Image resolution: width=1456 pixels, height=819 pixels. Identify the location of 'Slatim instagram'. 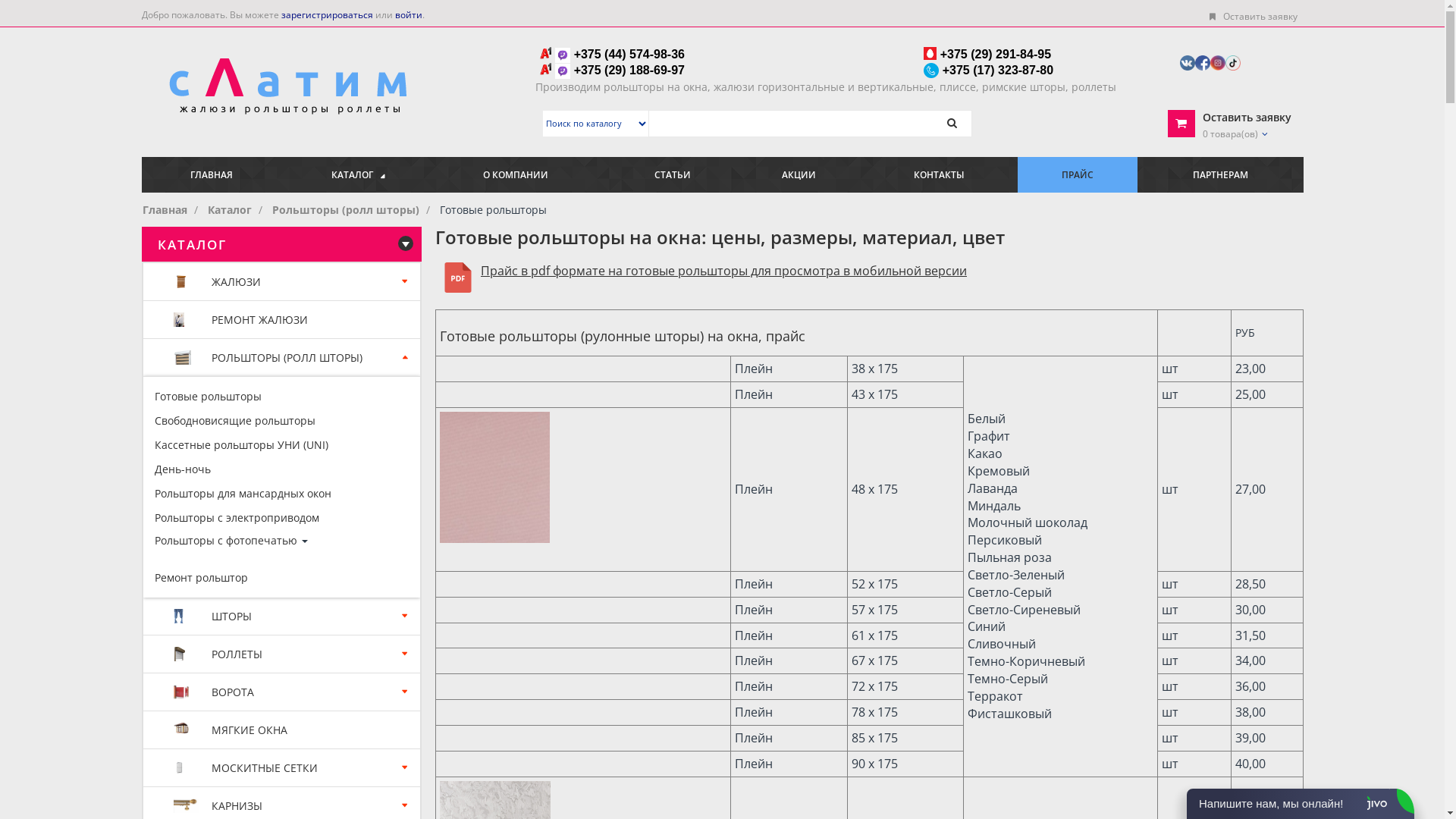
(1218, 61).